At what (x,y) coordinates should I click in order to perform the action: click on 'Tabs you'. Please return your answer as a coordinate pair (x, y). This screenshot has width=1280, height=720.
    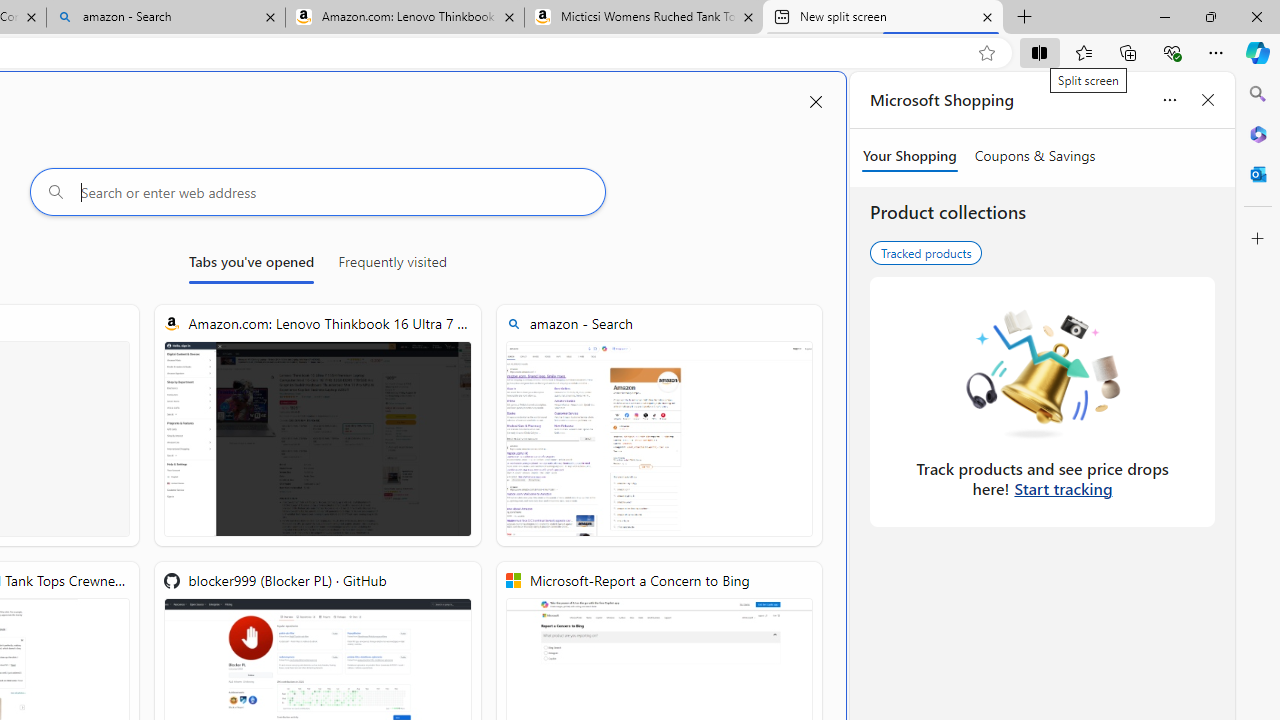
    Looking at the image, I should click on (250, 265).